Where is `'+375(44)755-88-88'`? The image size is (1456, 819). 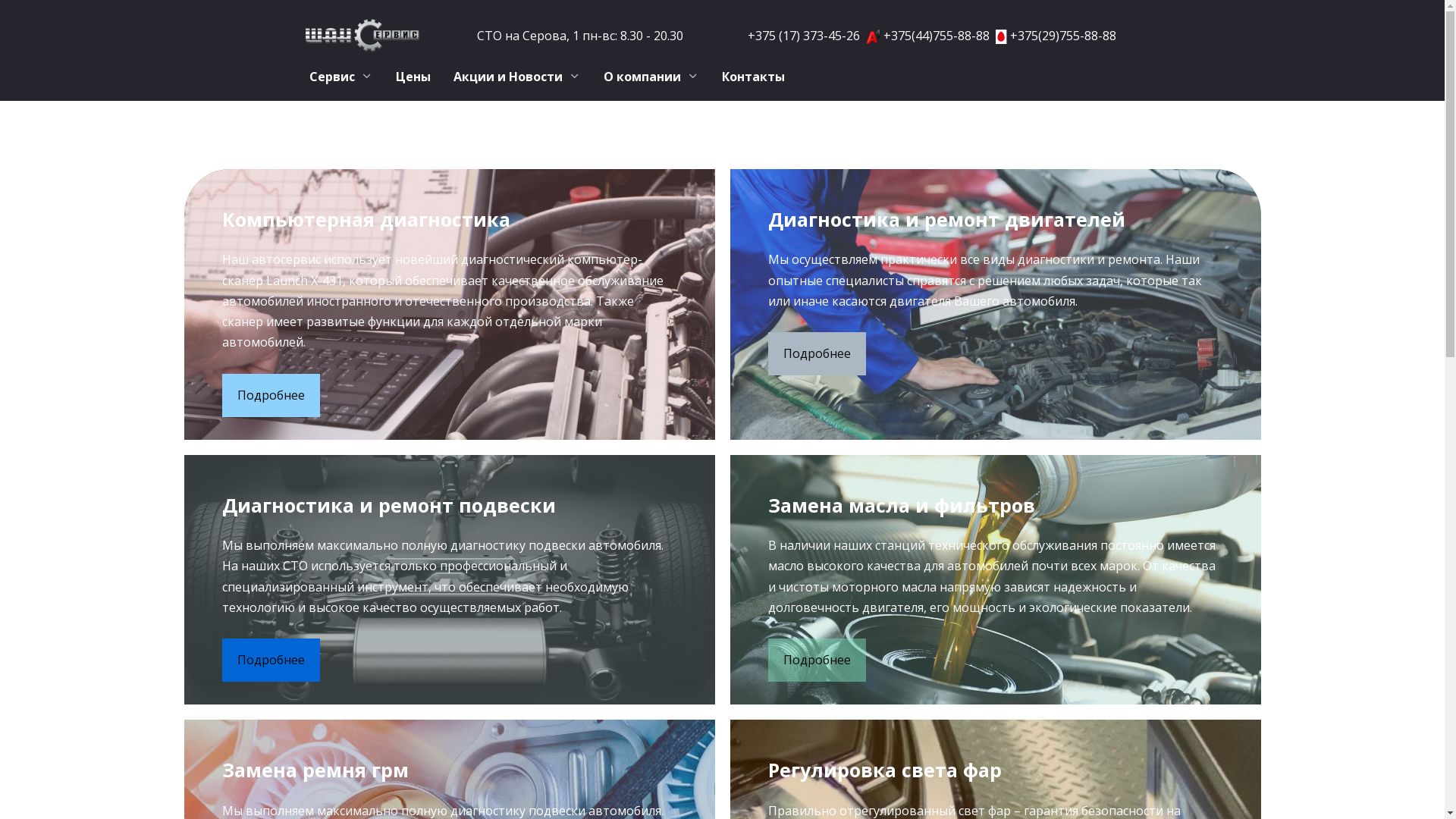 '+375(44)755-88-88' is located at coordinates (935, 34).